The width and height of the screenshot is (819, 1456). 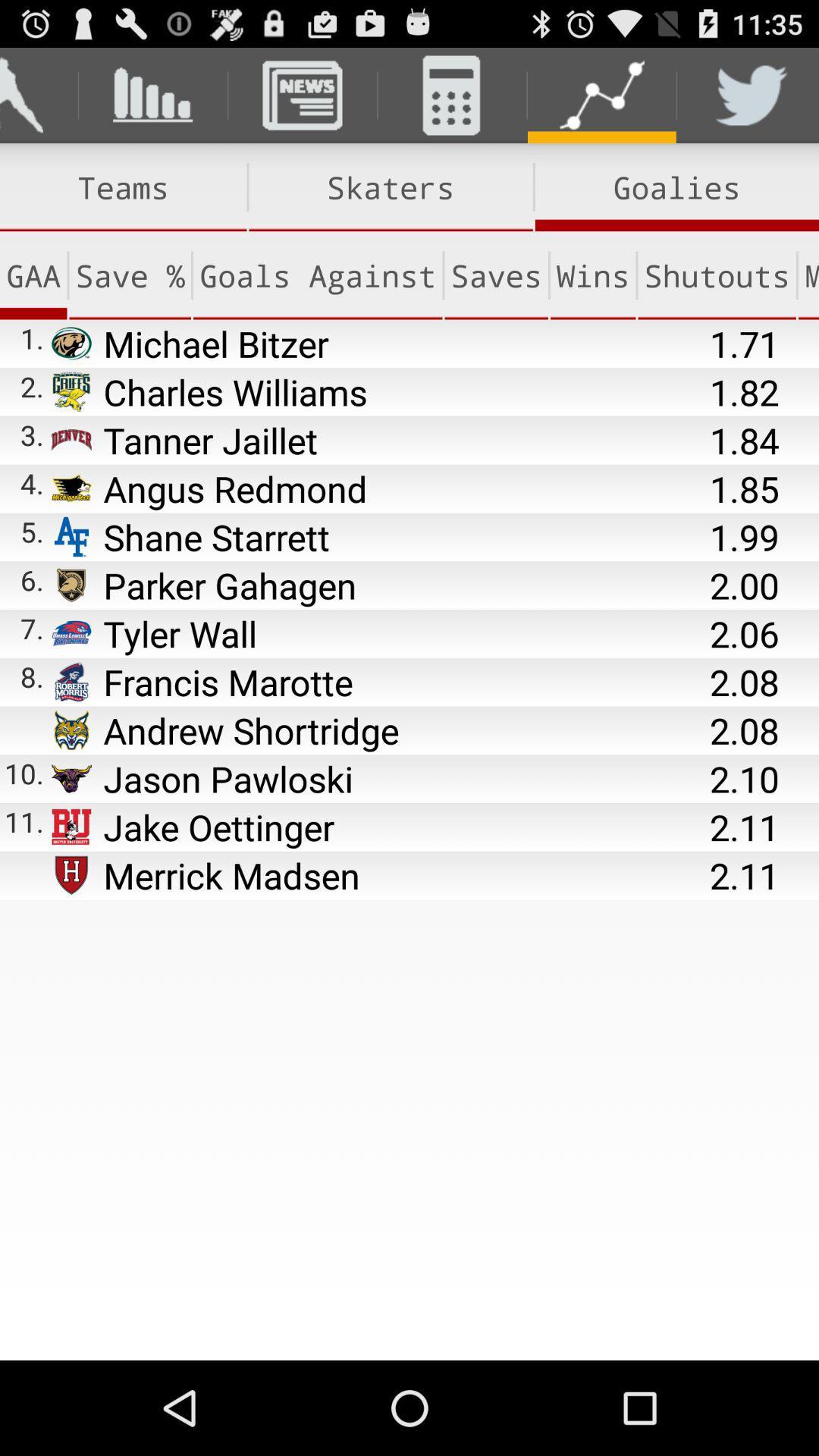 I want to click on the gaa item, so click(x=33, y=275).